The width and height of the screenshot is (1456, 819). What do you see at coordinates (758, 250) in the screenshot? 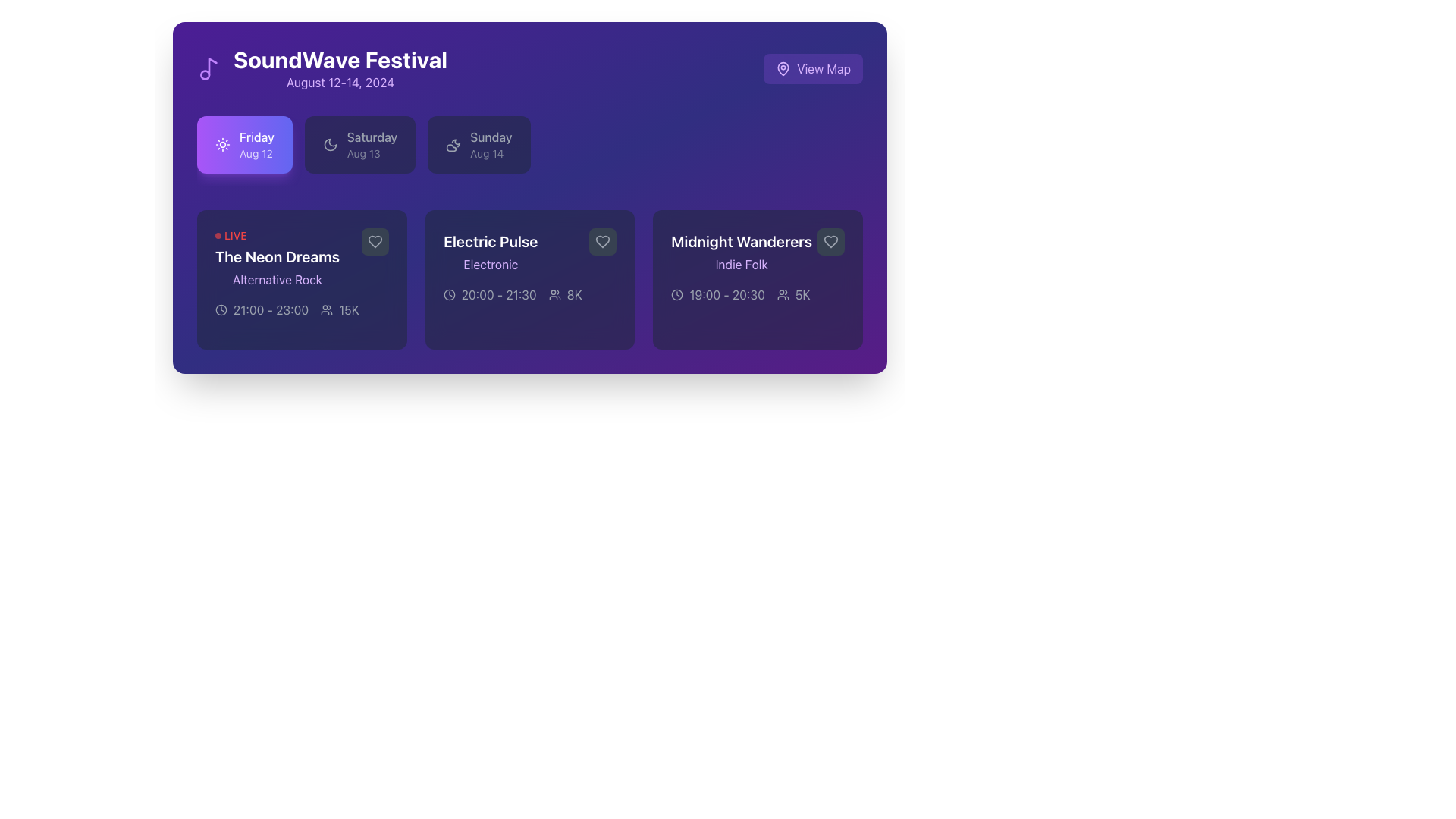
I see `text content of the title and genre description label located in the middle section of the 'Midnight Wanderers' card, positioned between the heart icon on the right and a blank space on the left` at bounding box center [758, 250].